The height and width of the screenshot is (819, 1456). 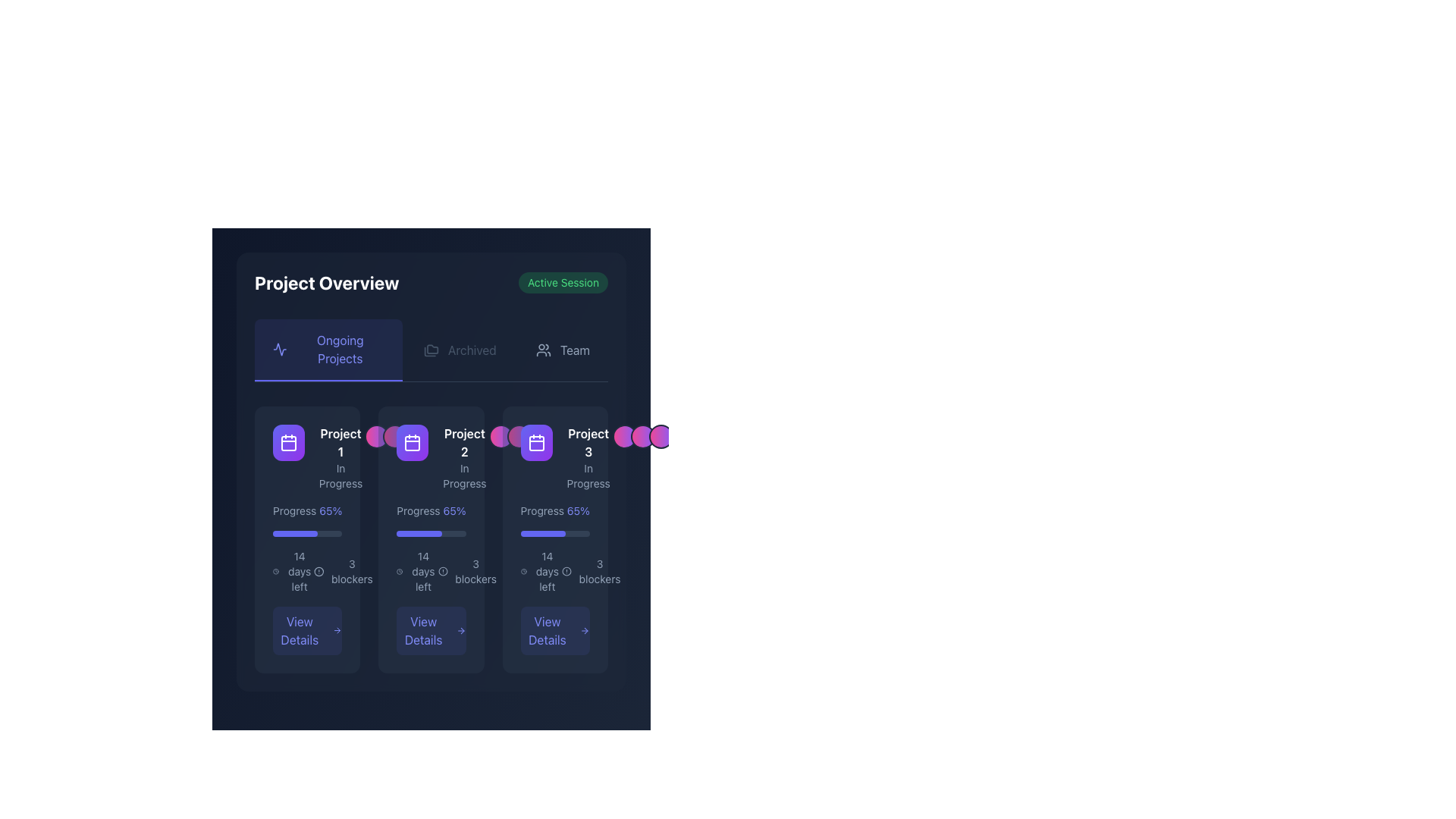 I want to click on the alert icon located to the left of the '3 blockers' text in the 'Project 3' card within the 'Ongoing Projects' section, so click(x=566, y=571).